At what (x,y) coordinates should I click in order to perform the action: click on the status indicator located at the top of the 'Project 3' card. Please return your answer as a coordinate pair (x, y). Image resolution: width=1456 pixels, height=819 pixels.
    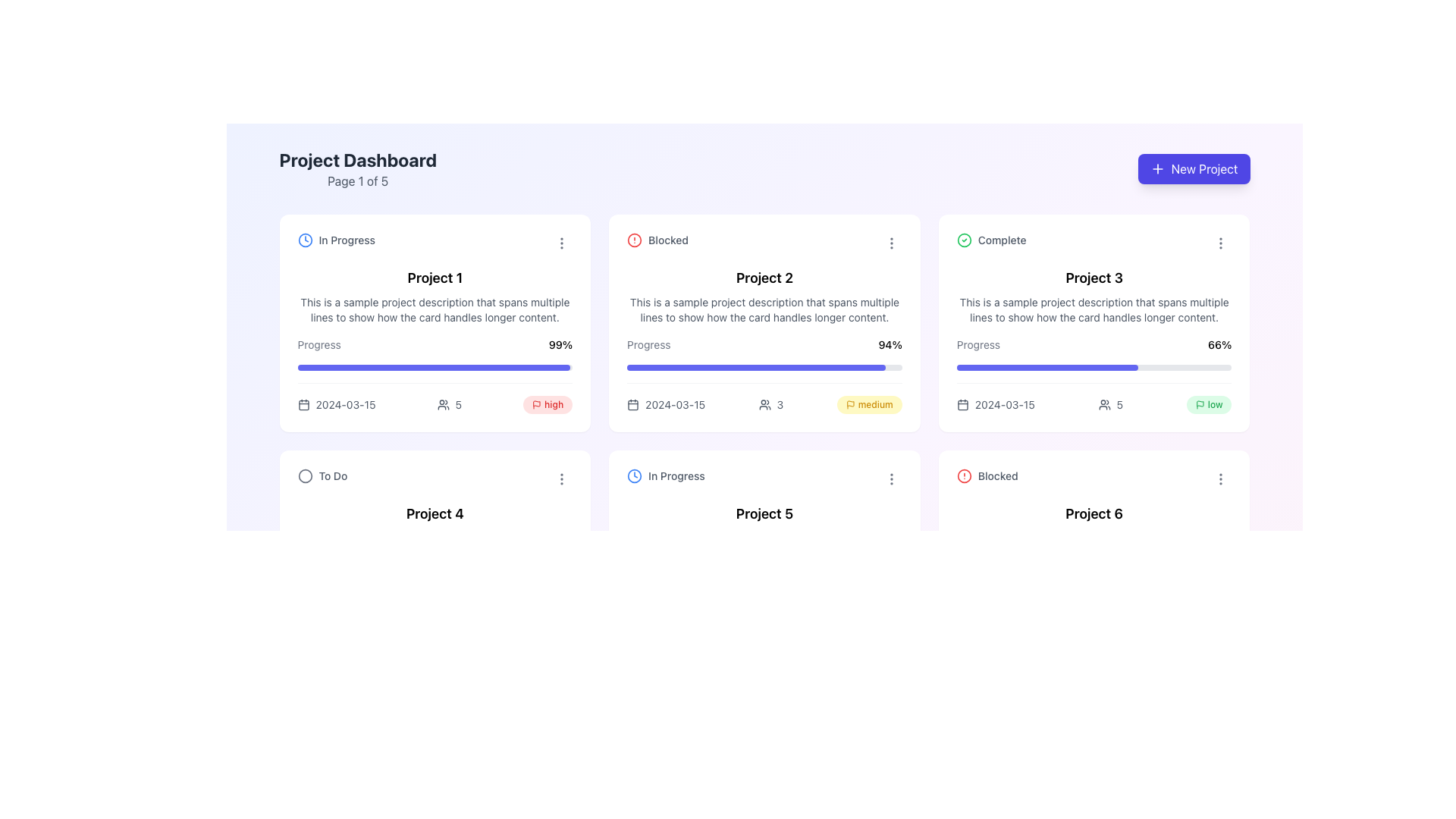
    Looking at the image, I should click on (1094, 243).